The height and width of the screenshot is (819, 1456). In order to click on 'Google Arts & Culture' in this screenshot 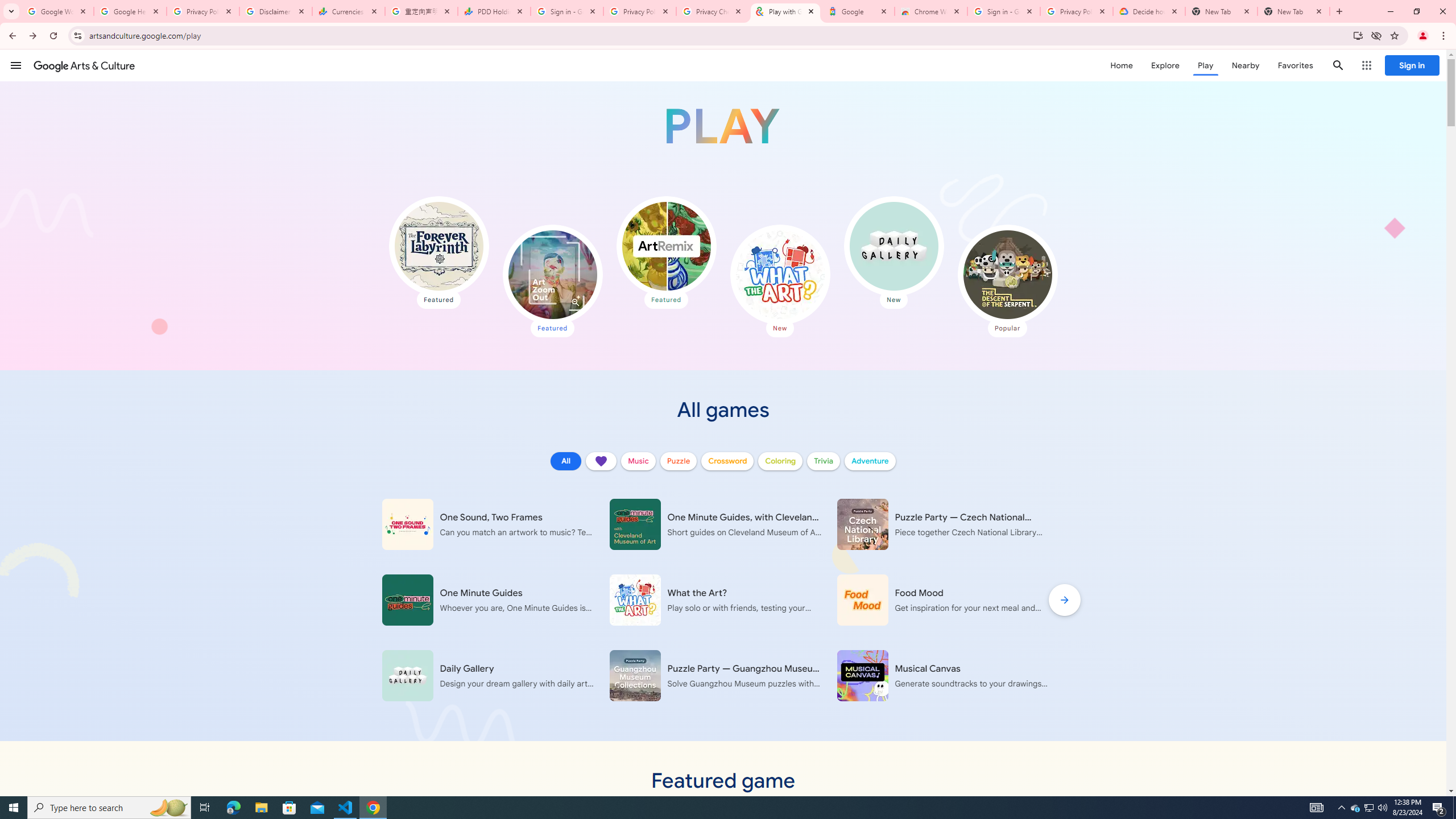, I will do `click(84, 65)`.